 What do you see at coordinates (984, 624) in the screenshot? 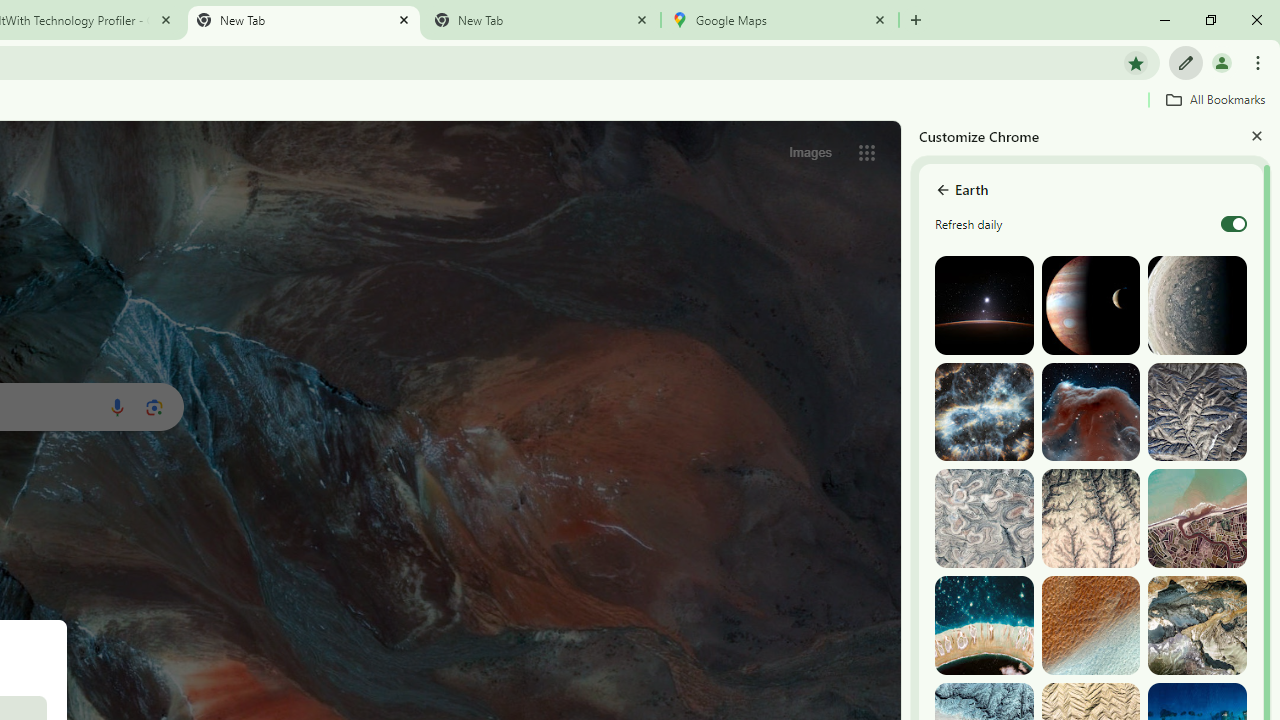
I see `'The Tuamotu and Gambier Islands, French Polynesia'` at bounding box center [984, 624].